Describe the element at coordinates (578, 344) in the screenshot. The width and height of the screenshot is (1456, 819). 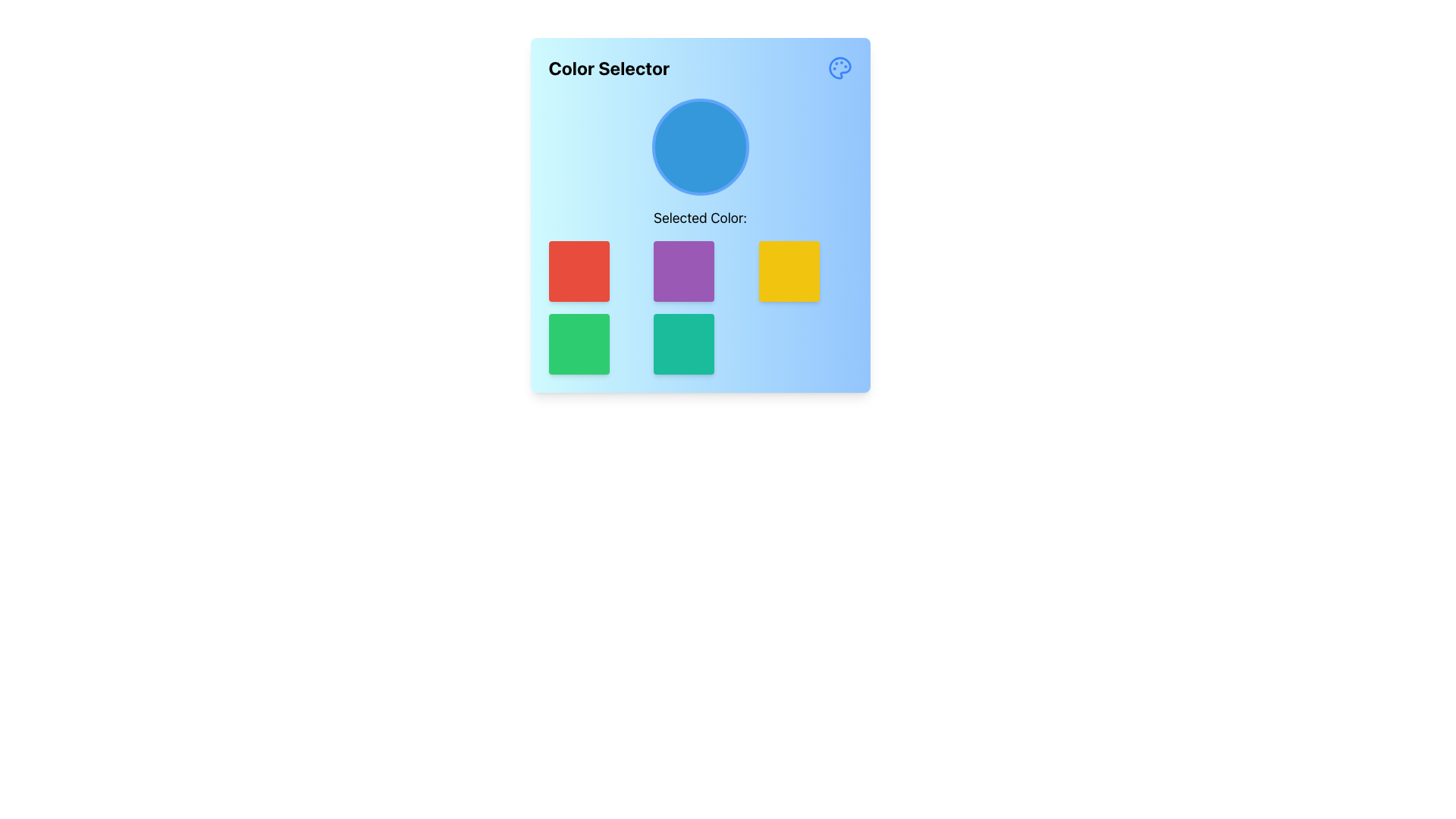
I see `the green square button with rounded corners in the Color Selector interface` at that location.